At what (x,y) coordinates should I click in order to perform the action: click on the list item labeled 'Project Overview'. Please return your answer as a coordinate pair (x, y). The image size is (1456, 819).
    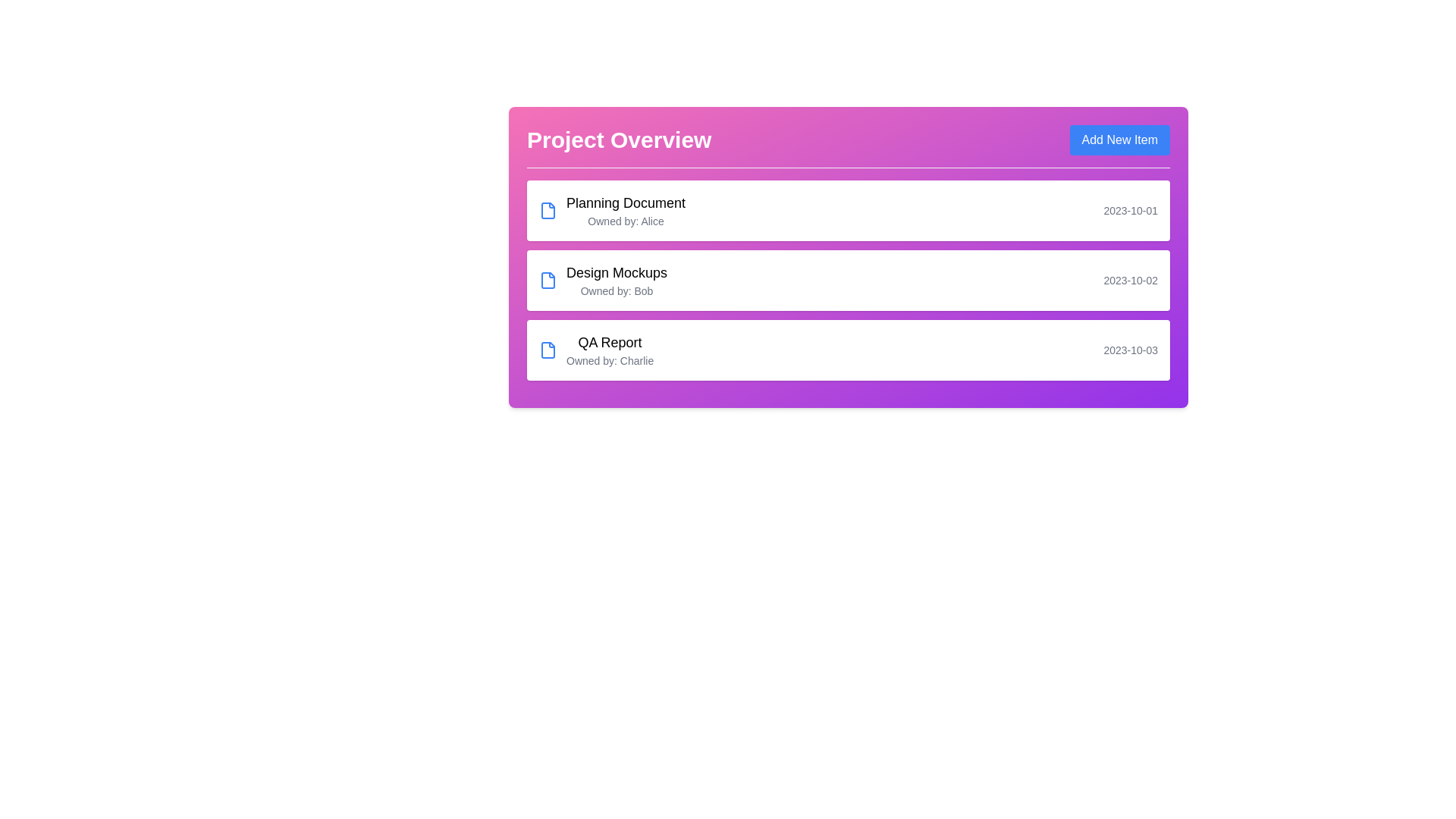
    Looking at the image, I should click on (847, 256).